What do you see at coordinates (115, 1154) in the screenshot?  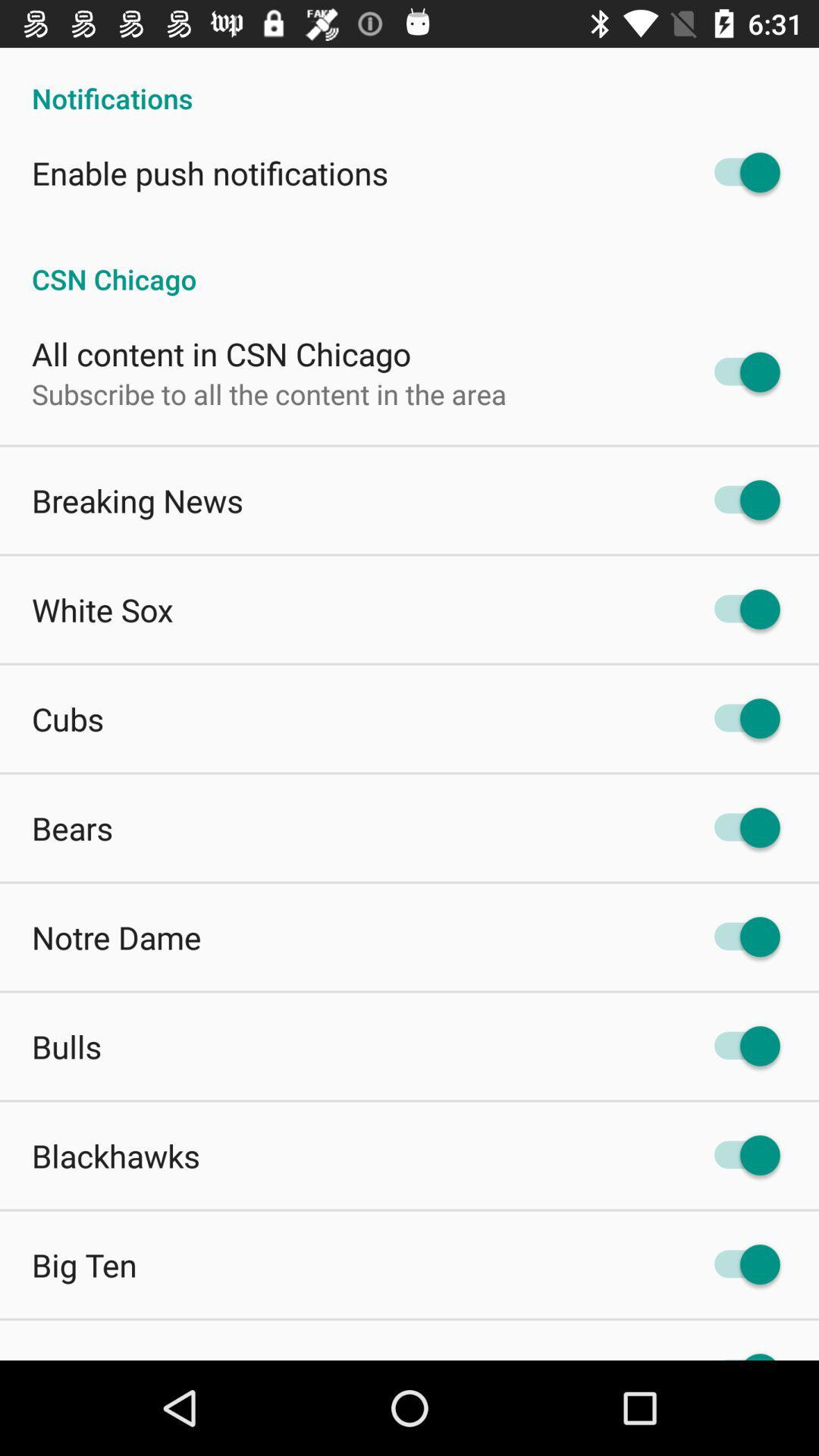 I see `the blackhawks` at bounding box center [115, 1154].